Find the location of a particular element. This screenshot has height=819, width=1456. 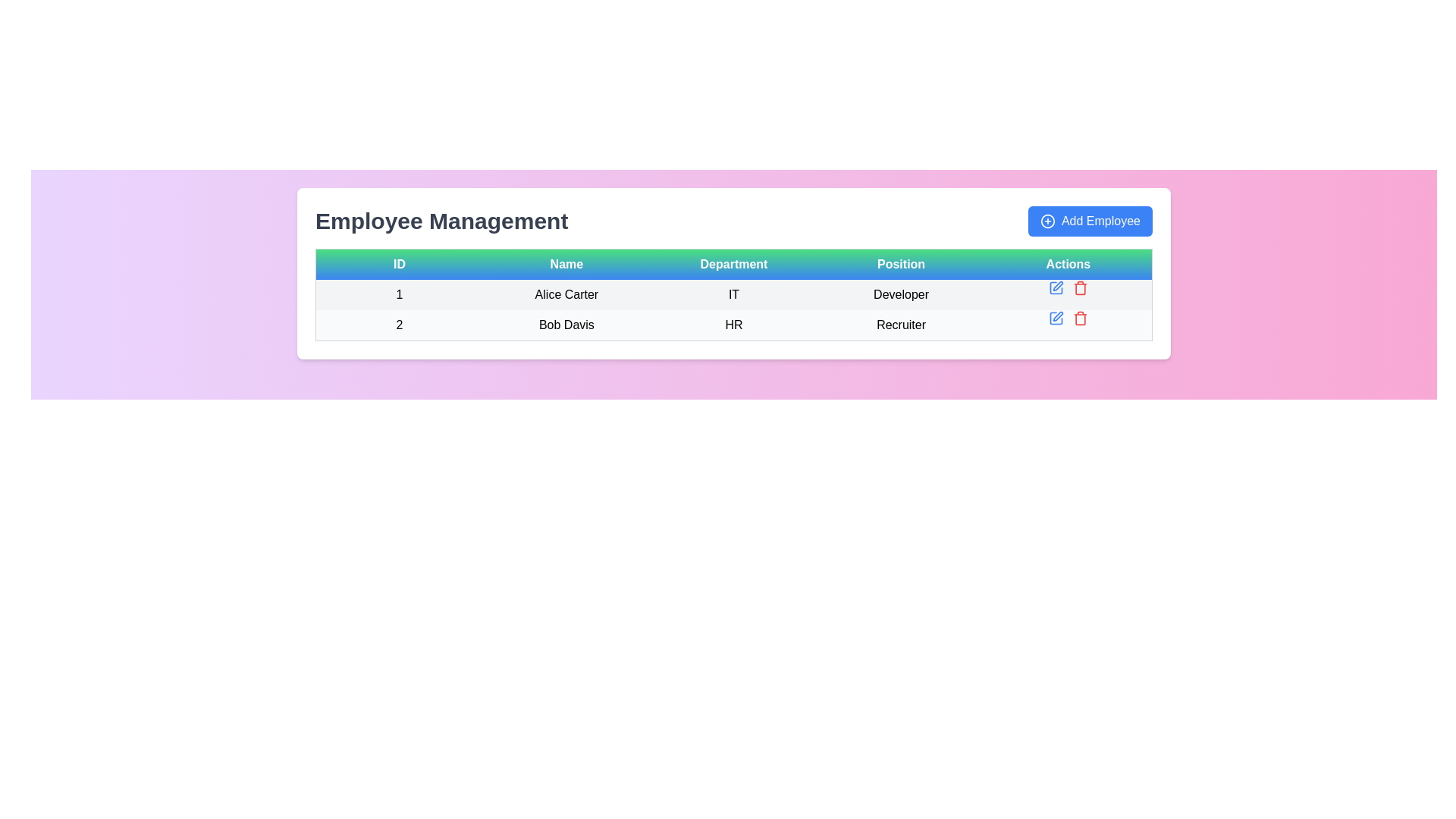

the text label indicating employee positions, which is the fourth column header in the table, following 'ID', 'Name', and 'Department' is located at coordinates (901, 263).